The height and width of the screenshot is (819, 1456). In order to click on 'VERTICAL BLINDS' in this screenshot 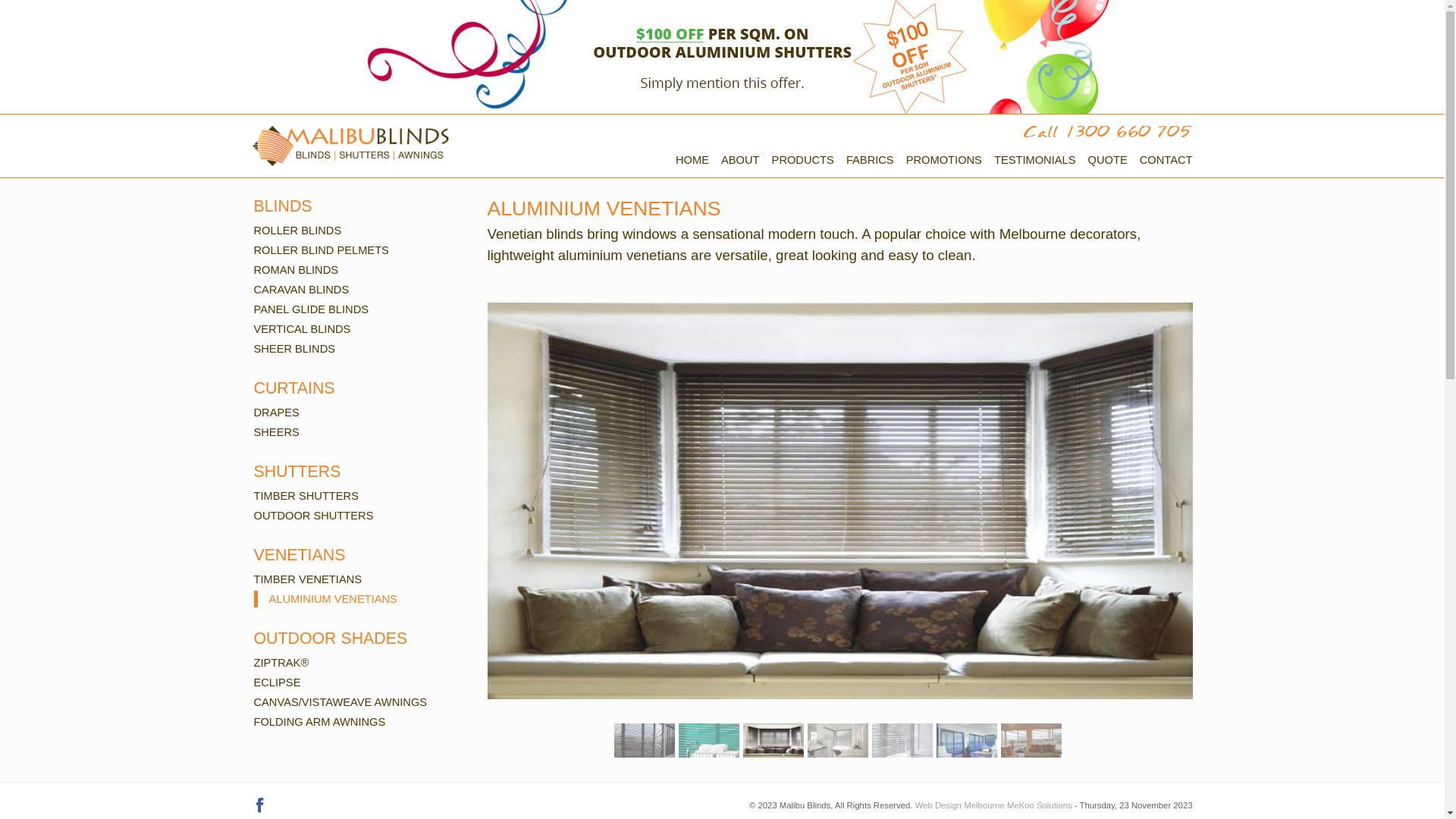, I will do `click(359, 328)`.